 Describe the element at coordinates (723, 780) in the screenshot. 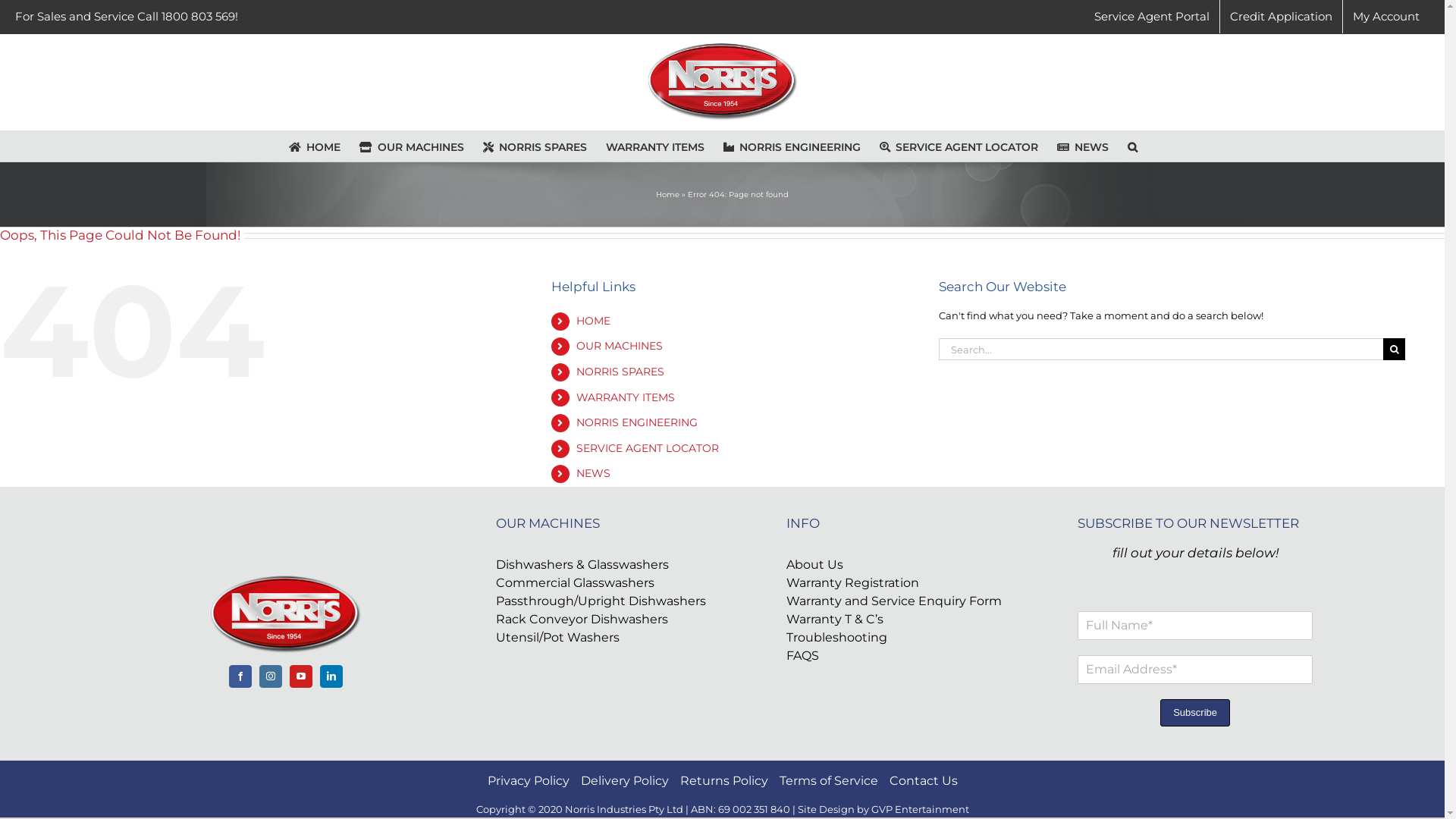

I see `'Returns Policy'` at that location.